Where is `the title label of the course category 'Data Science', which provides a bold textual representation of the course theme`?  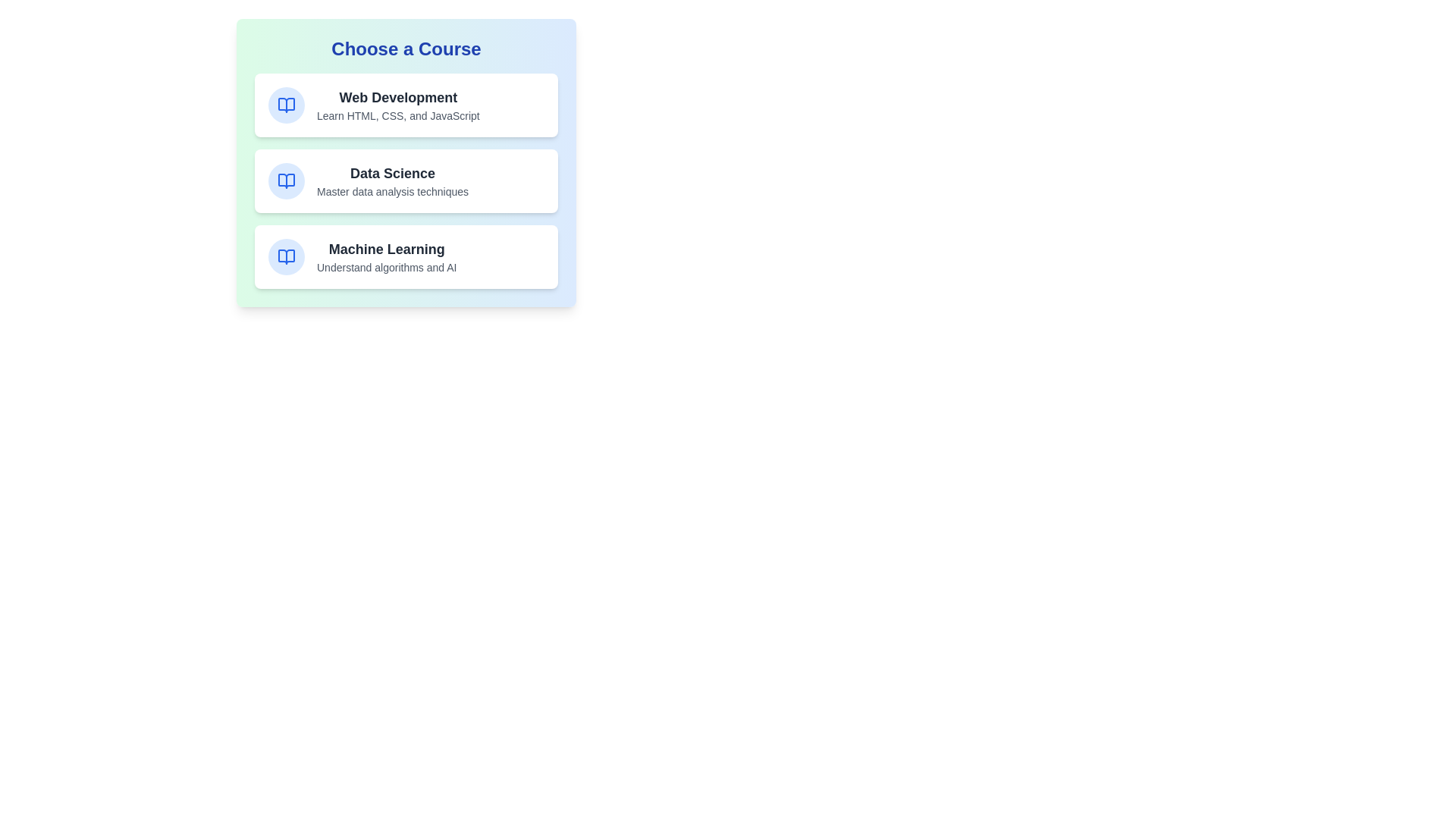 the title label of the course category 'Data Science', which provides a bold textual representation of the course theme is located at coordinates (393, 172).